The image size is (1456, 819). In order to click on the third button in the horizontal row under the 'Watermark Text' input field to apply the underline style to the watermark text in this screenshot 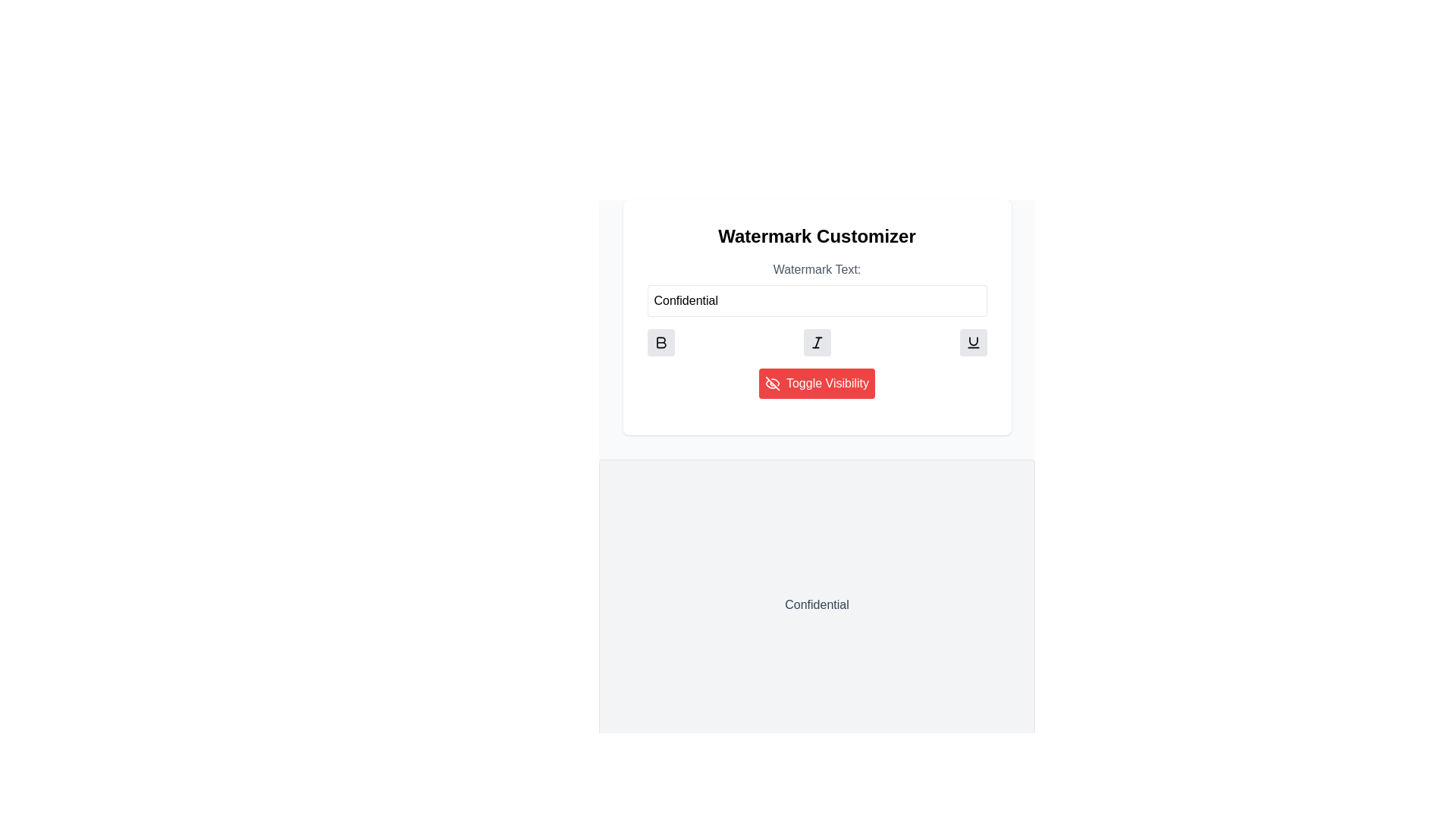, I will do `click(973, 342)`.